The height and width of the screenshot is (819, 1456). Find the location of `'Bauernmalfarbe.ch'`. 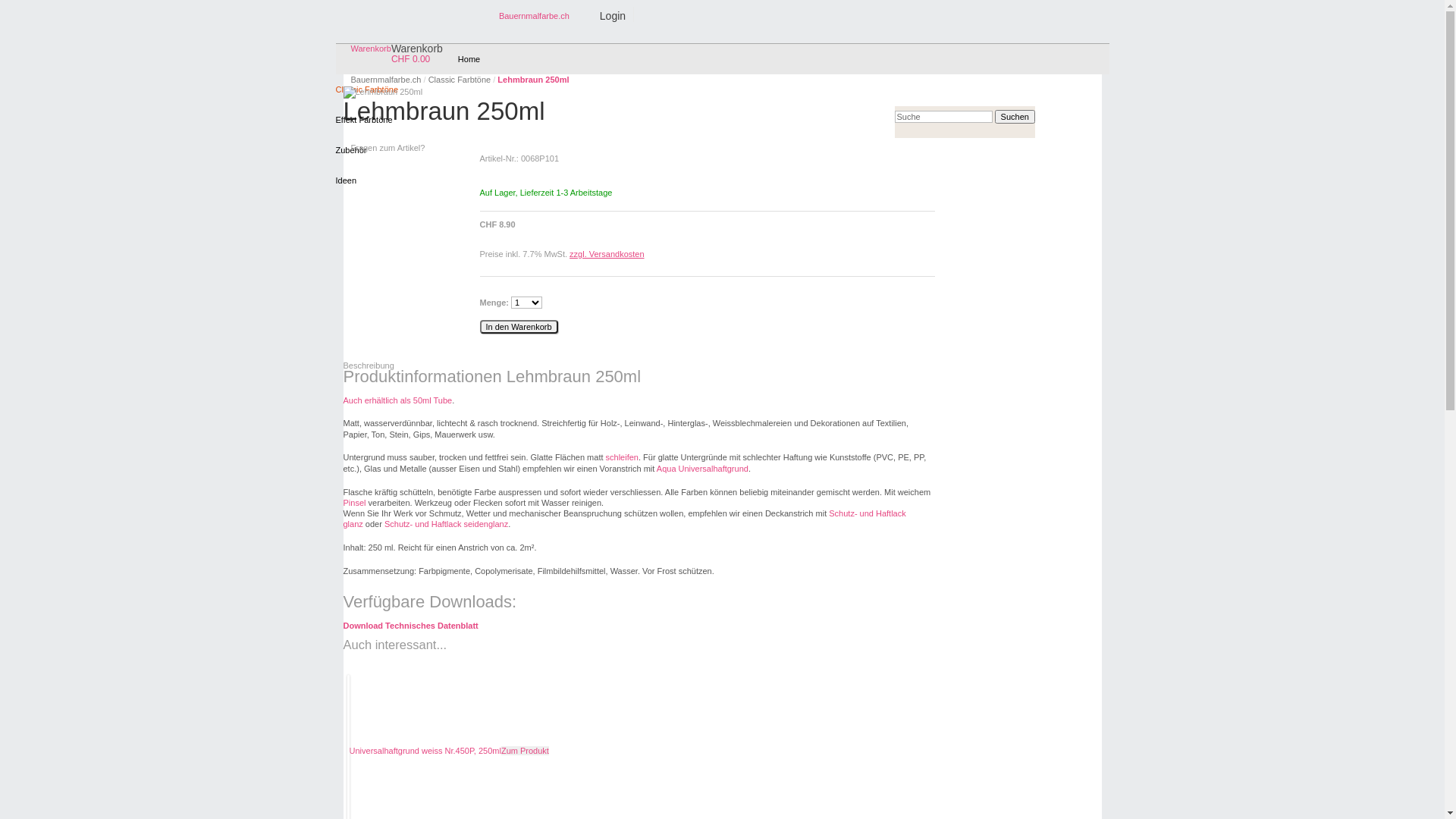

'Bauernmalfarbe.ch' is located at coordinates (386, 79).